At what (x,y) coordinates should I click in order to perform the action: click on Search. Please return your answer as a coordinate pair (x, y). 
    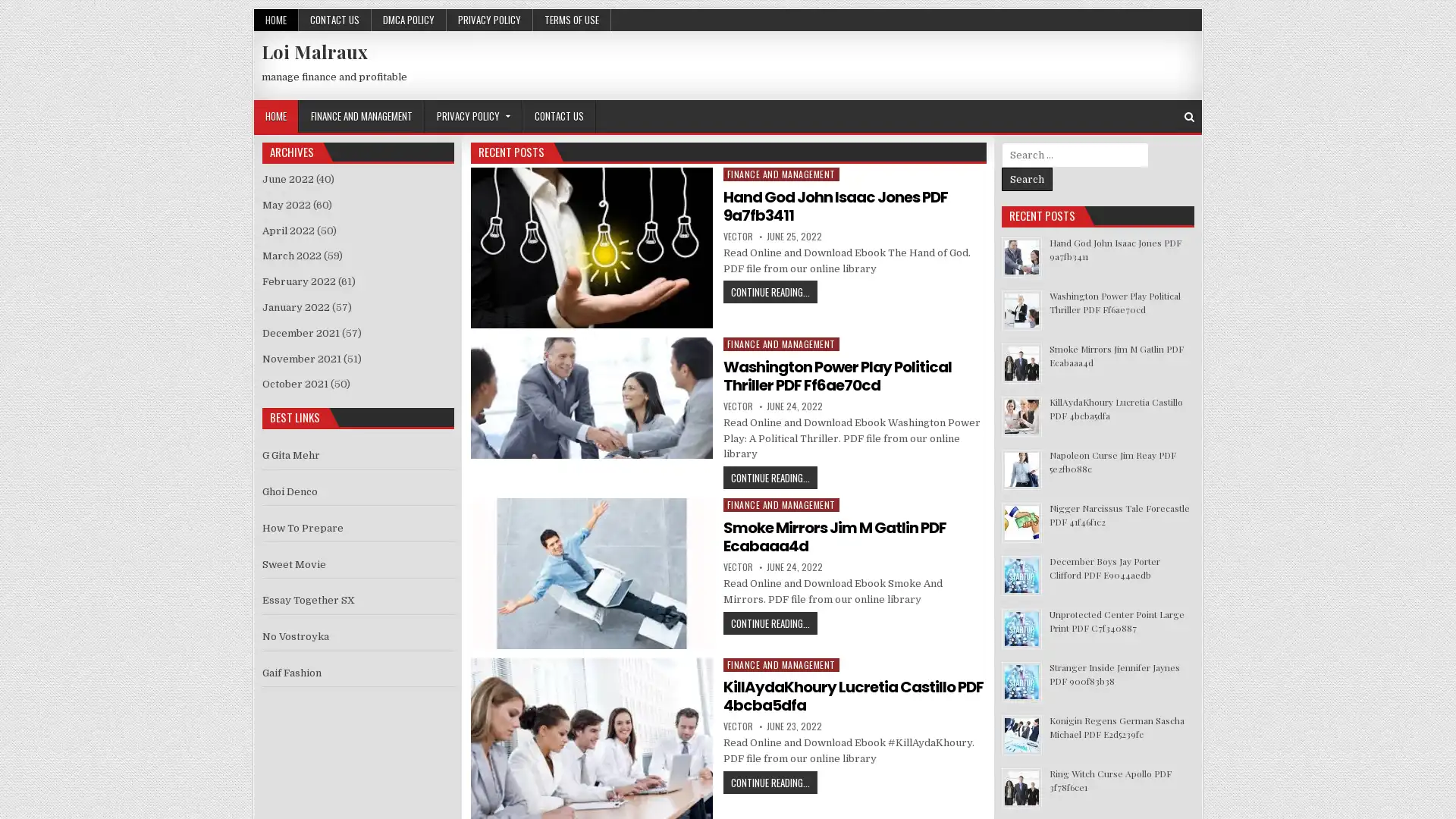
    Looking at the image, I should click on (1027, 178).